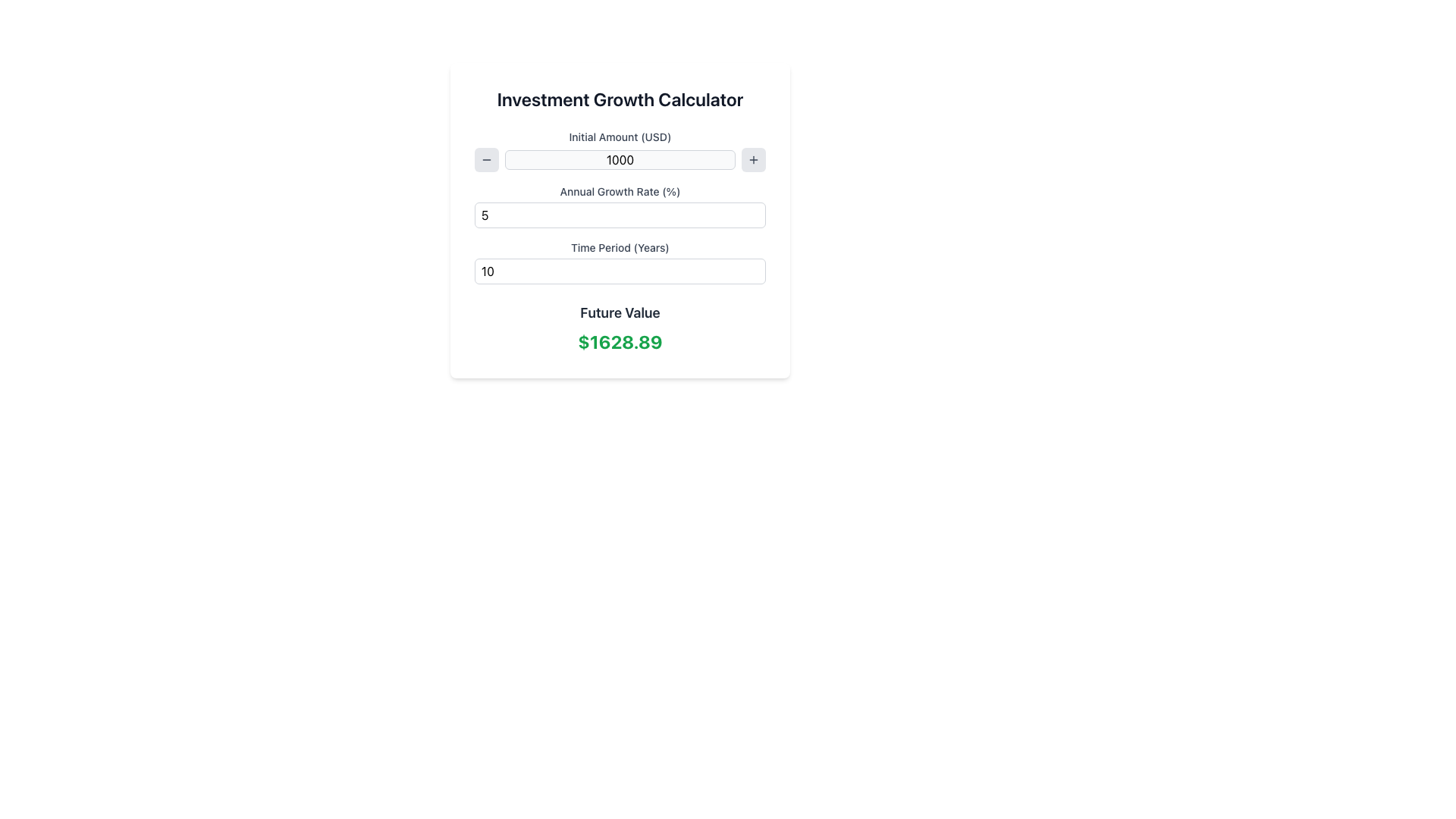  Describe the element at coordinates (620, 160) in the screenshot. I see `on the 'Initial Amount (USD)' text input field` at that location.